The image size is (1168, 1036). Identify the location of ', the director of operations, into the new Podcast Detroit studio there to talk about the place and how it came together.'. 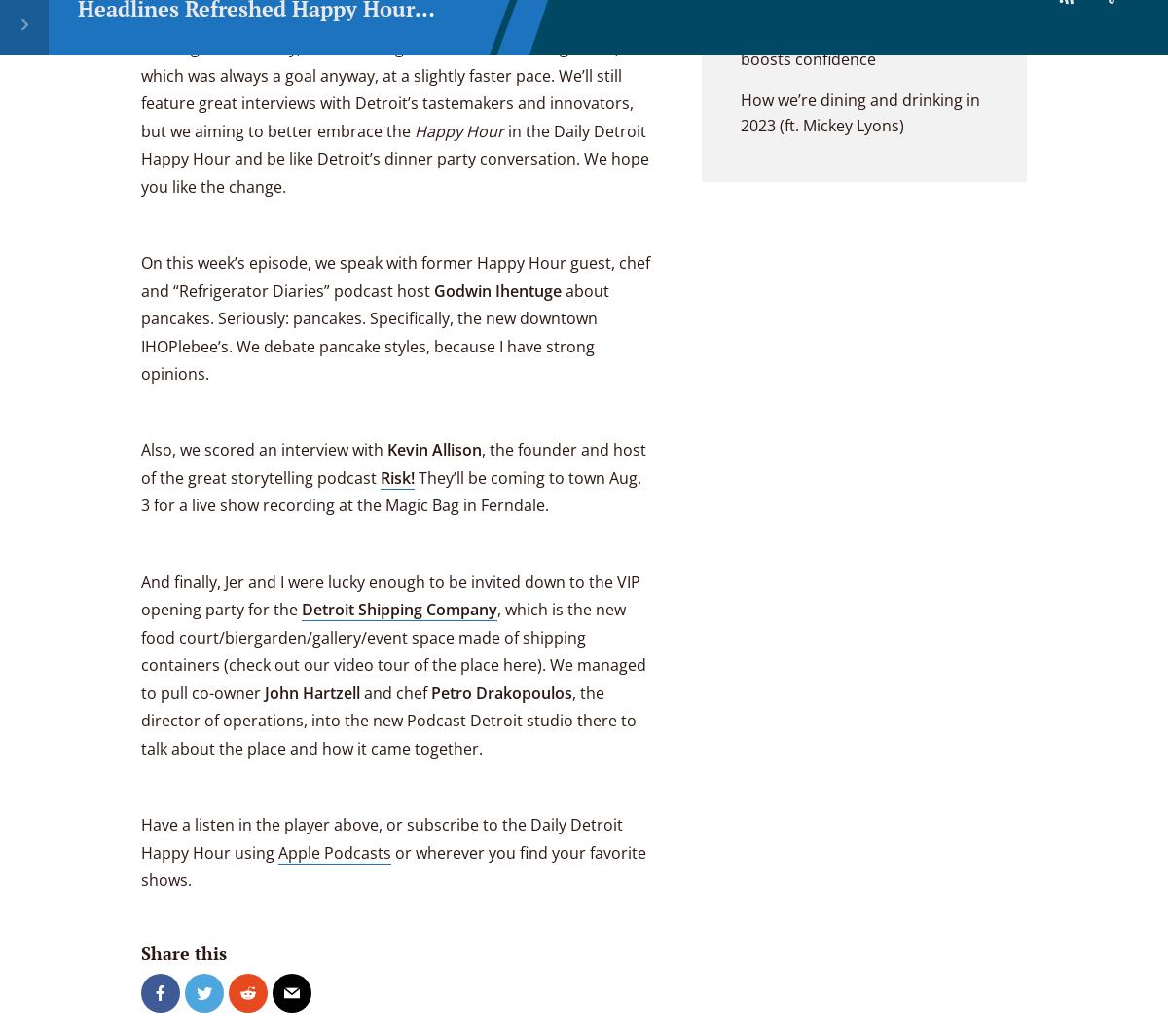
(388, 720).